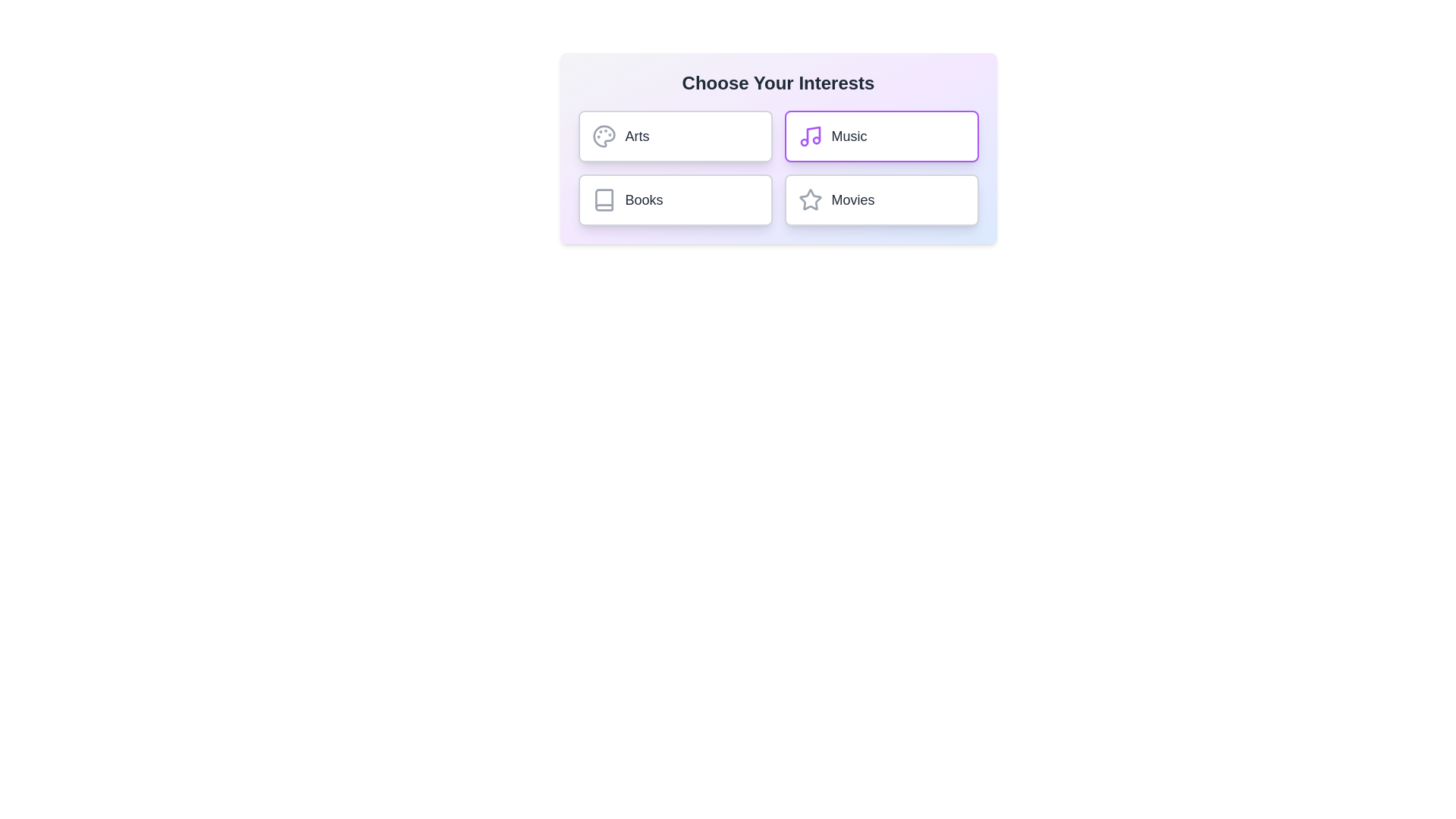 The height and width of the screenshot is (819, 1456). What do you see at coordinates (881, 136) in the screenshot?
I see `the chip labeled Music to observe its hover effect` at bounding box center [881, 136].